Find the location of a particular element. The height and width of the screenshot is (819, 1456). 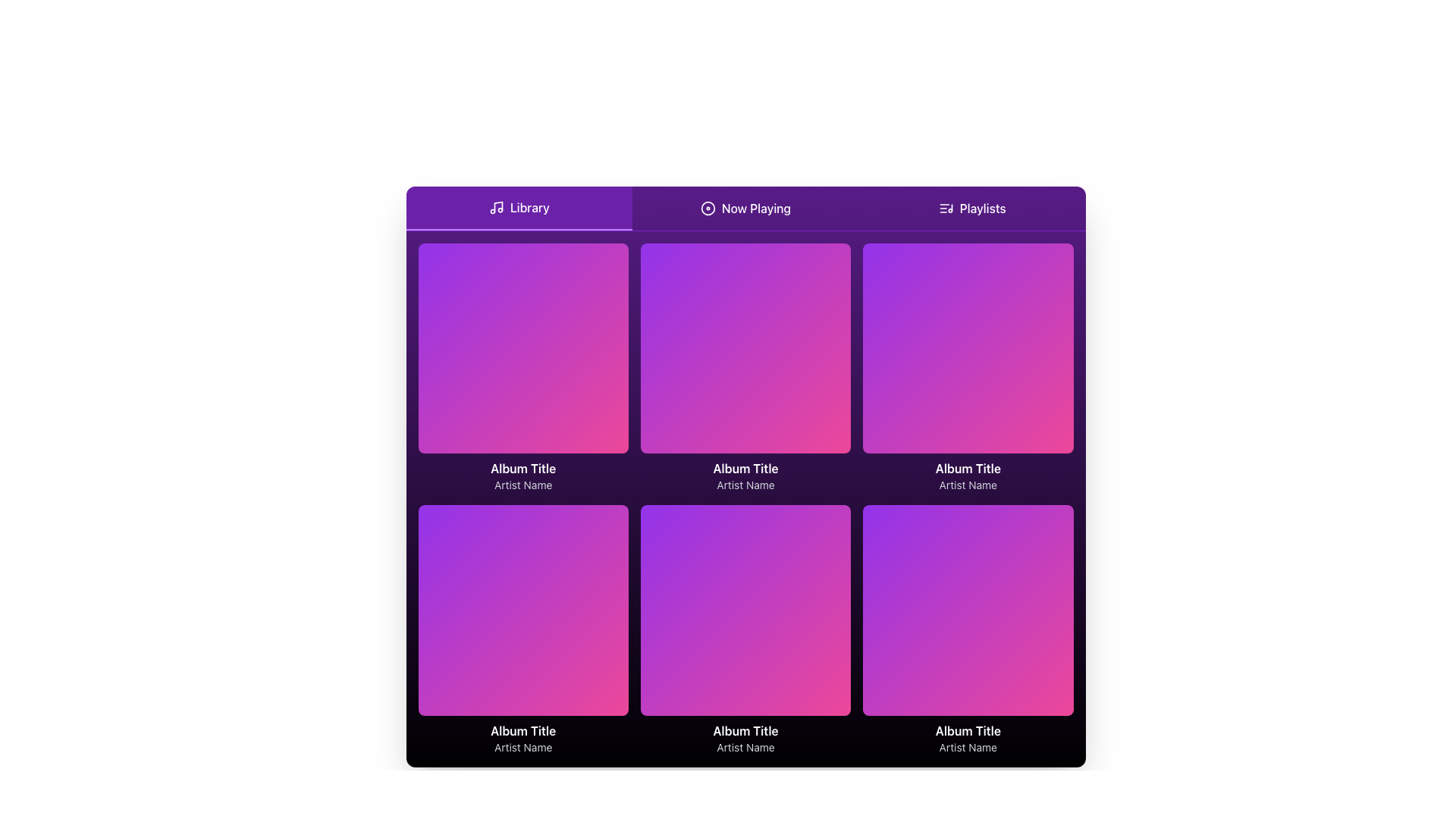

the clickable card element representing the album, which is located in the second position of the first row in the grid layout is located at coordinates (745, 368).